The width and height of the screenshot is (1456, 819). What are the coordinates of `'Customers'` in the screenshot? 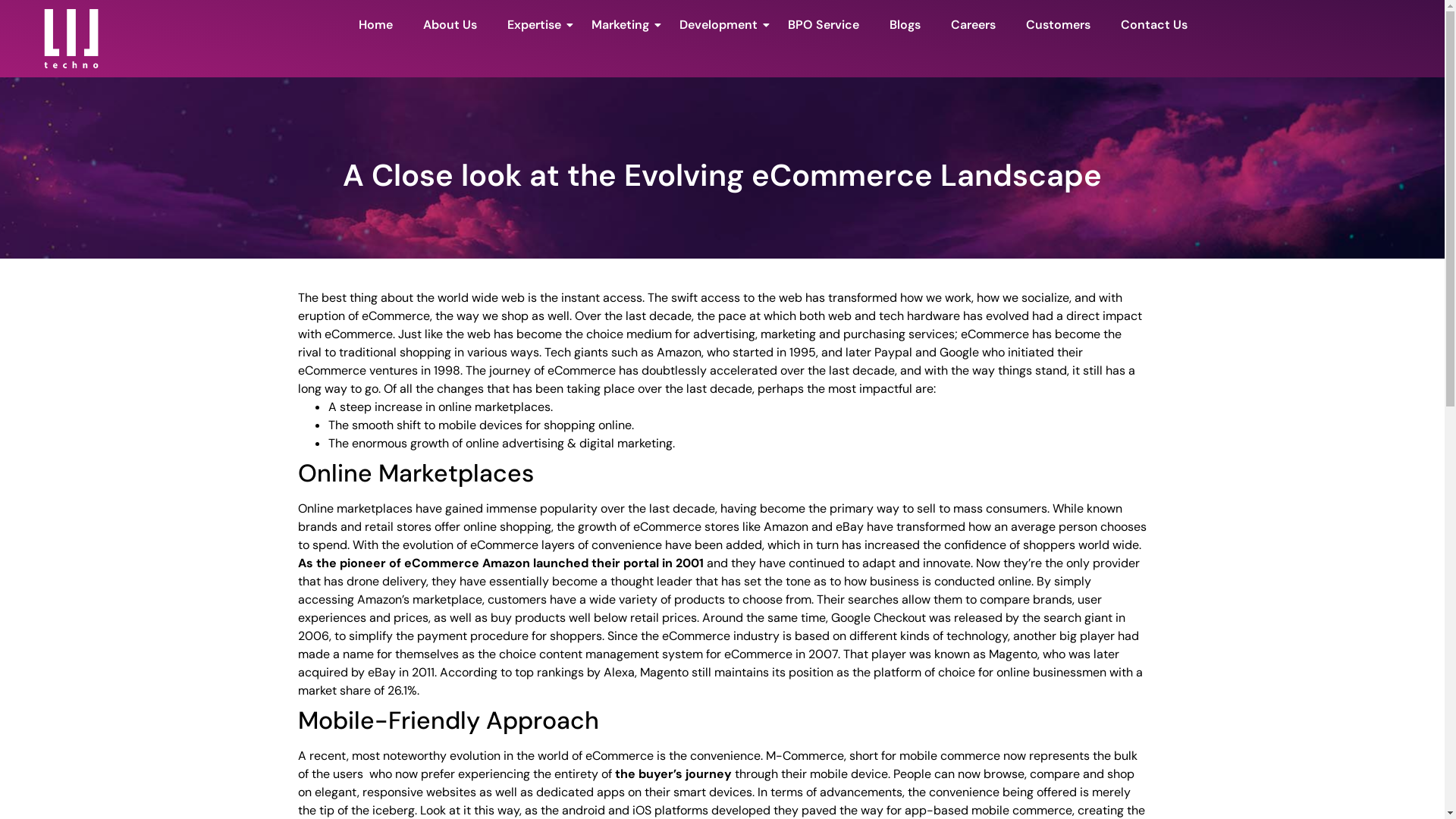 It's located at (1057, 26).